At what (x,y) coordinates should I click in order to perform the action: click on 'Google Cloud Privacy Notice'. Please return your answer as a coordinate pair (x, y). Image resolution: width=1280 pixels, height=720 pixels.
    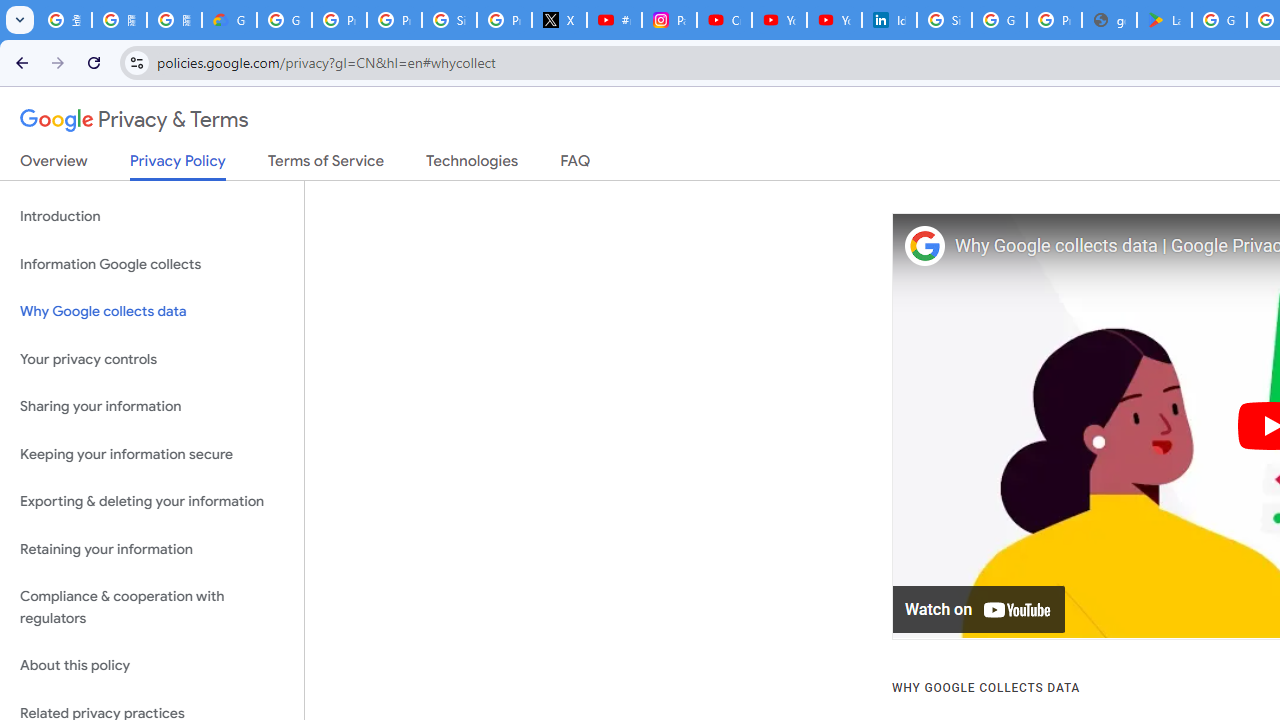
    Looking at the image, I should click on (229, 20).